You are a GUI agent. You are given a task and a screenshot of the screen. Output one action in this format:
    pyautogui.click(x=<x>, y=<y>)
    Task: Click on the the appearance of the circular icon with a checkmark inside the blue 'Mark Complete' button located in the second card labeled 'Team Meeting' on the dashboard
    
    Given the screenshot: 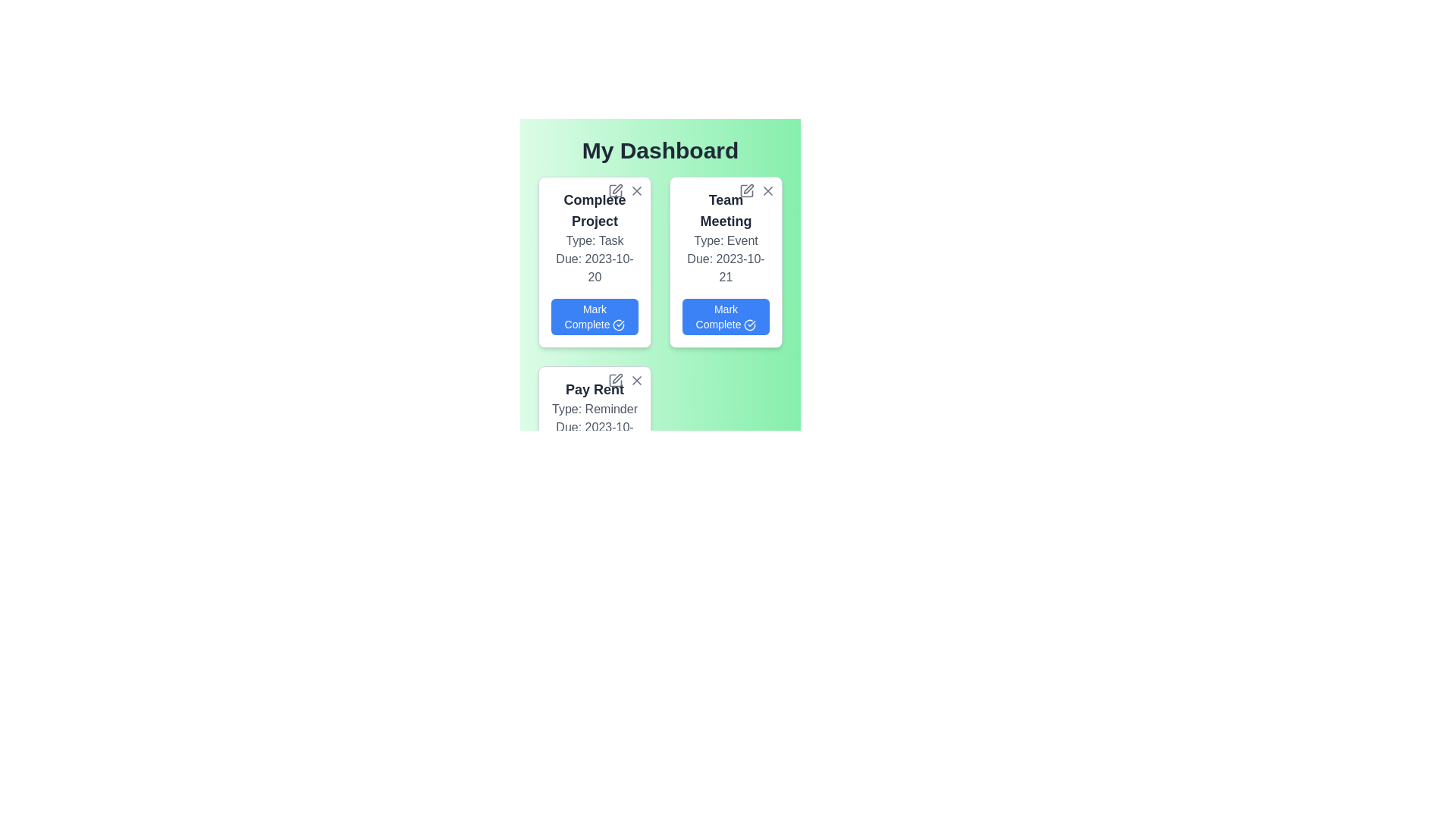 What is the action you would take?
    pyautogui.click(x=750, y=325)
    